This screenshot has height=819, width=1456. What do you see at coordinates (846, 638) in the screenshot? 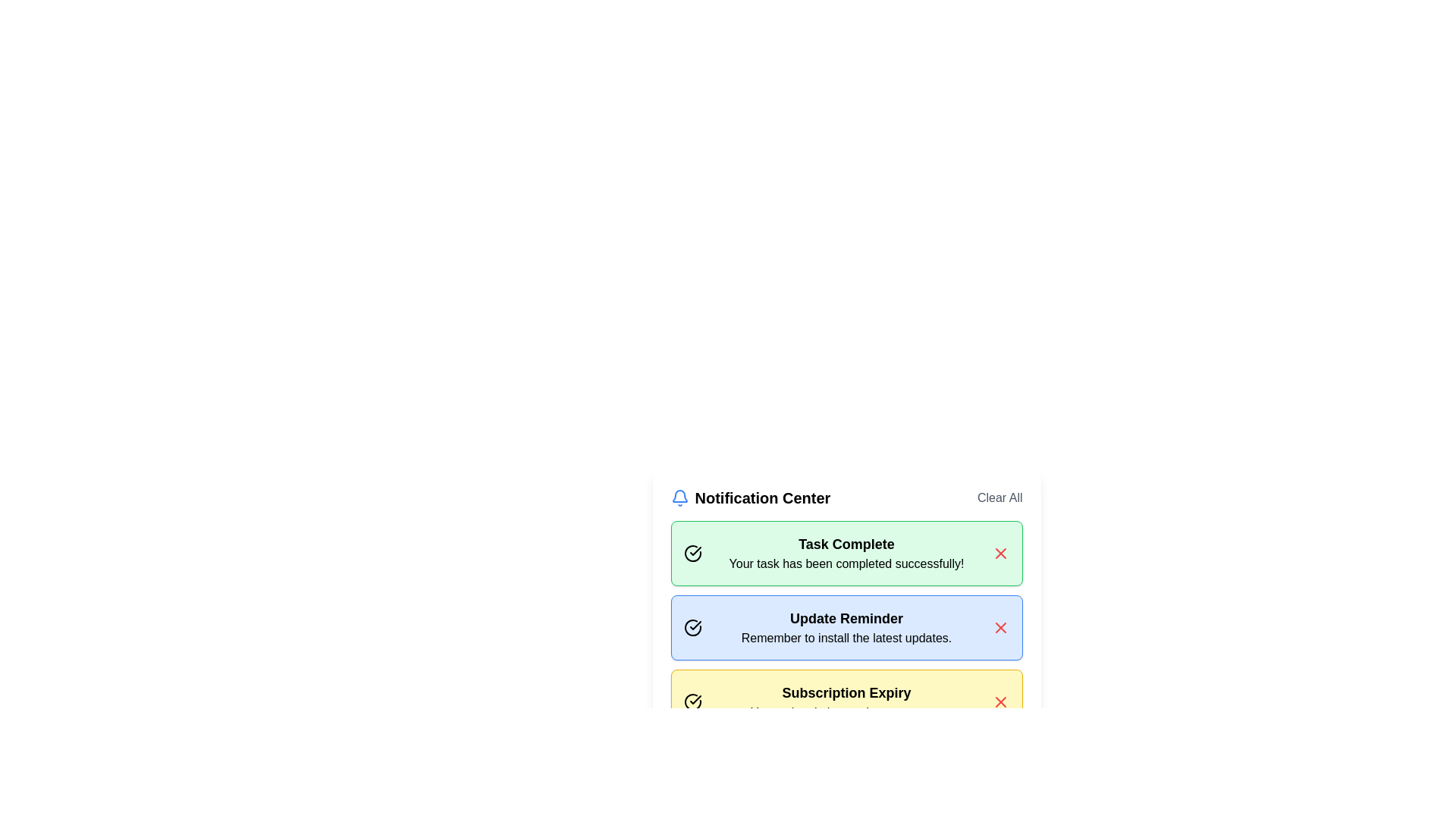
I see `the static text within the 'Update Reminder' card that informs the user about the importance of installing the latest updates` at bounding box center [846, 638].